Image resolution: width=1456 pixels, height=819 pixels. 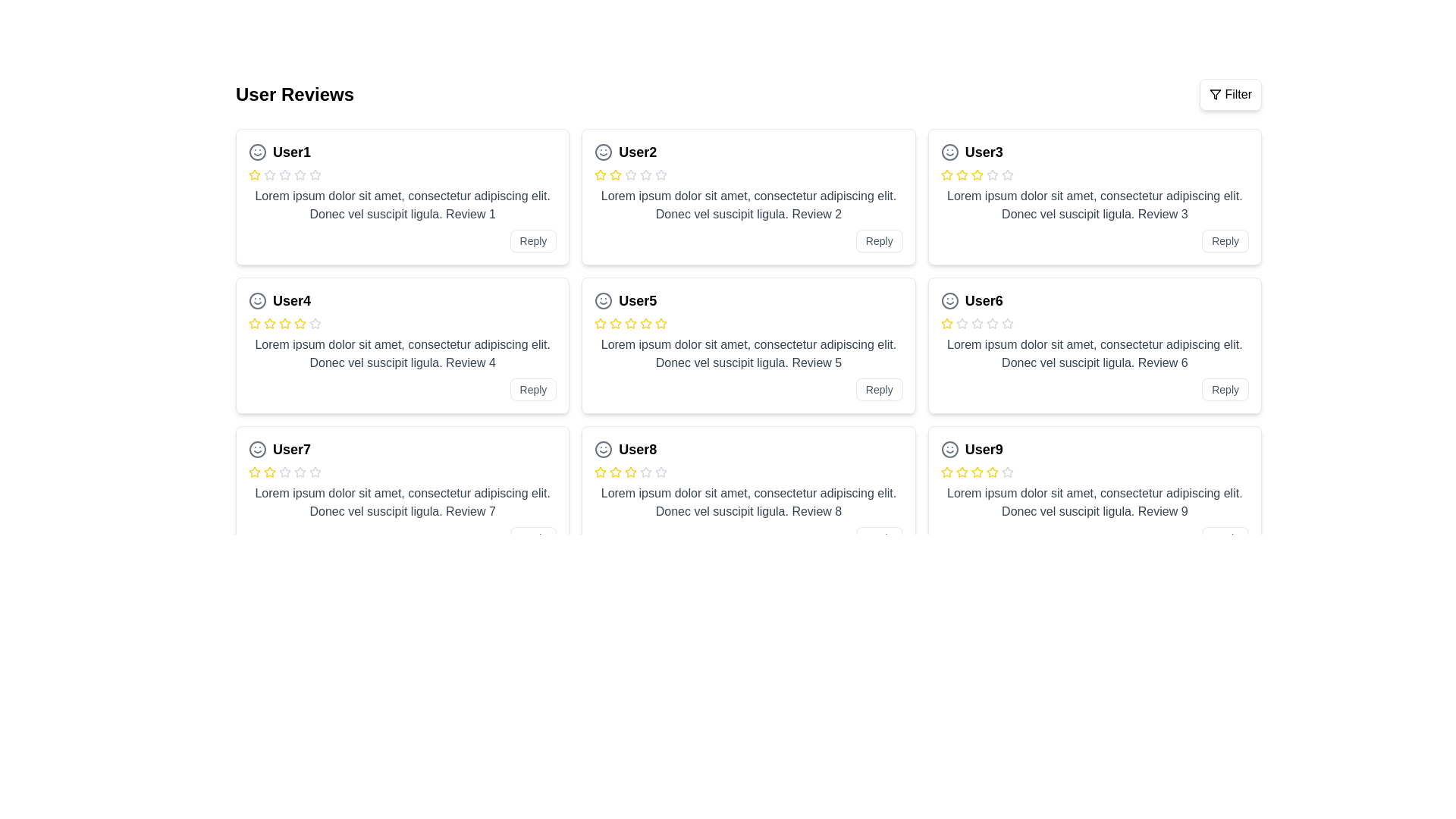 I want to click on the fifth star icon in the rating system for the user review titled 'User9', located at the bottom-right corner of the review grid, so click(x=992, y=471).